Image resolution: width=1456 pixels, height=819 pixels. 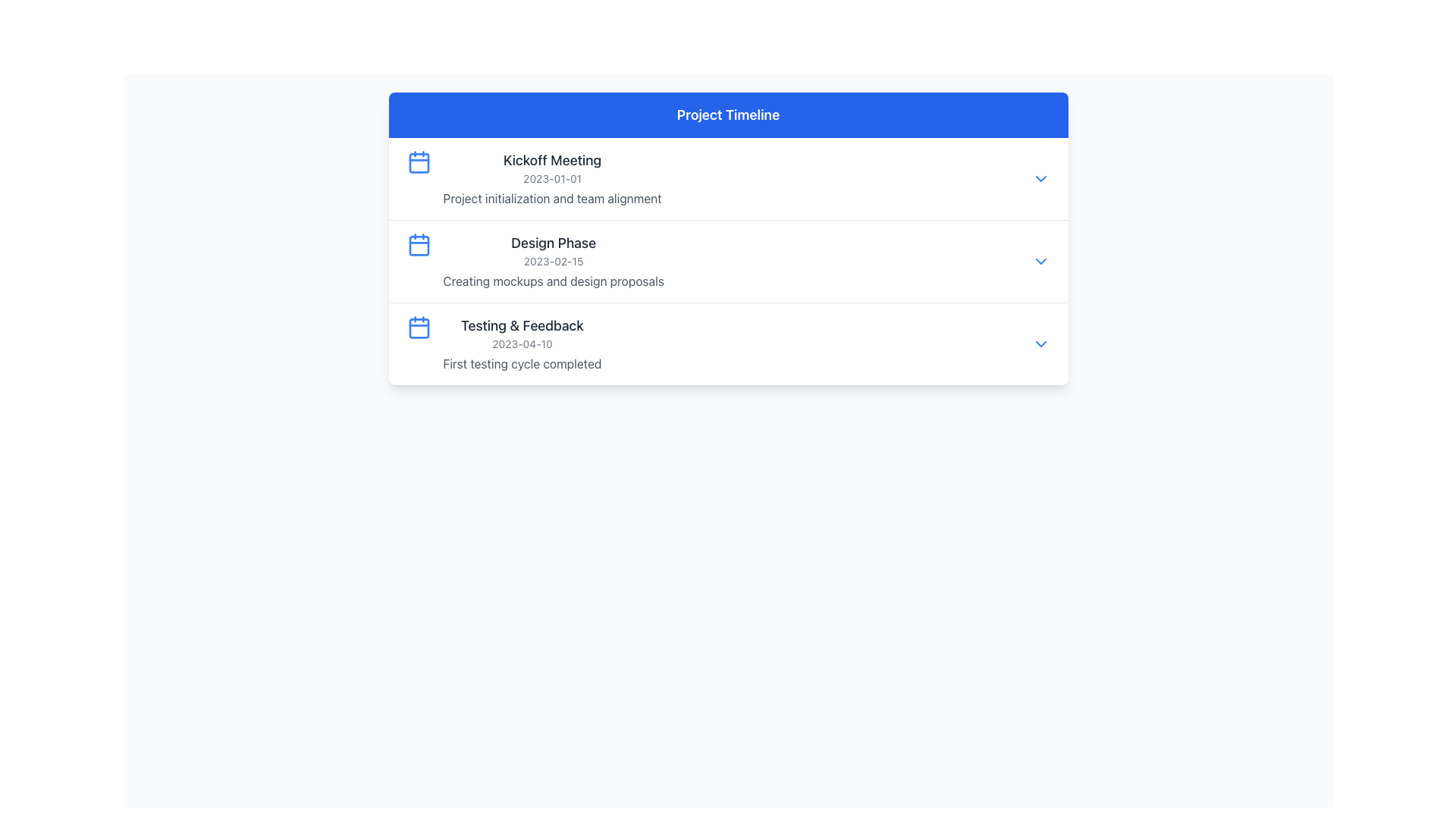 I want to click on the actions associated with the highlighted middle timeline item in the 'Project Timeline' list, so click(x=728, y=260).